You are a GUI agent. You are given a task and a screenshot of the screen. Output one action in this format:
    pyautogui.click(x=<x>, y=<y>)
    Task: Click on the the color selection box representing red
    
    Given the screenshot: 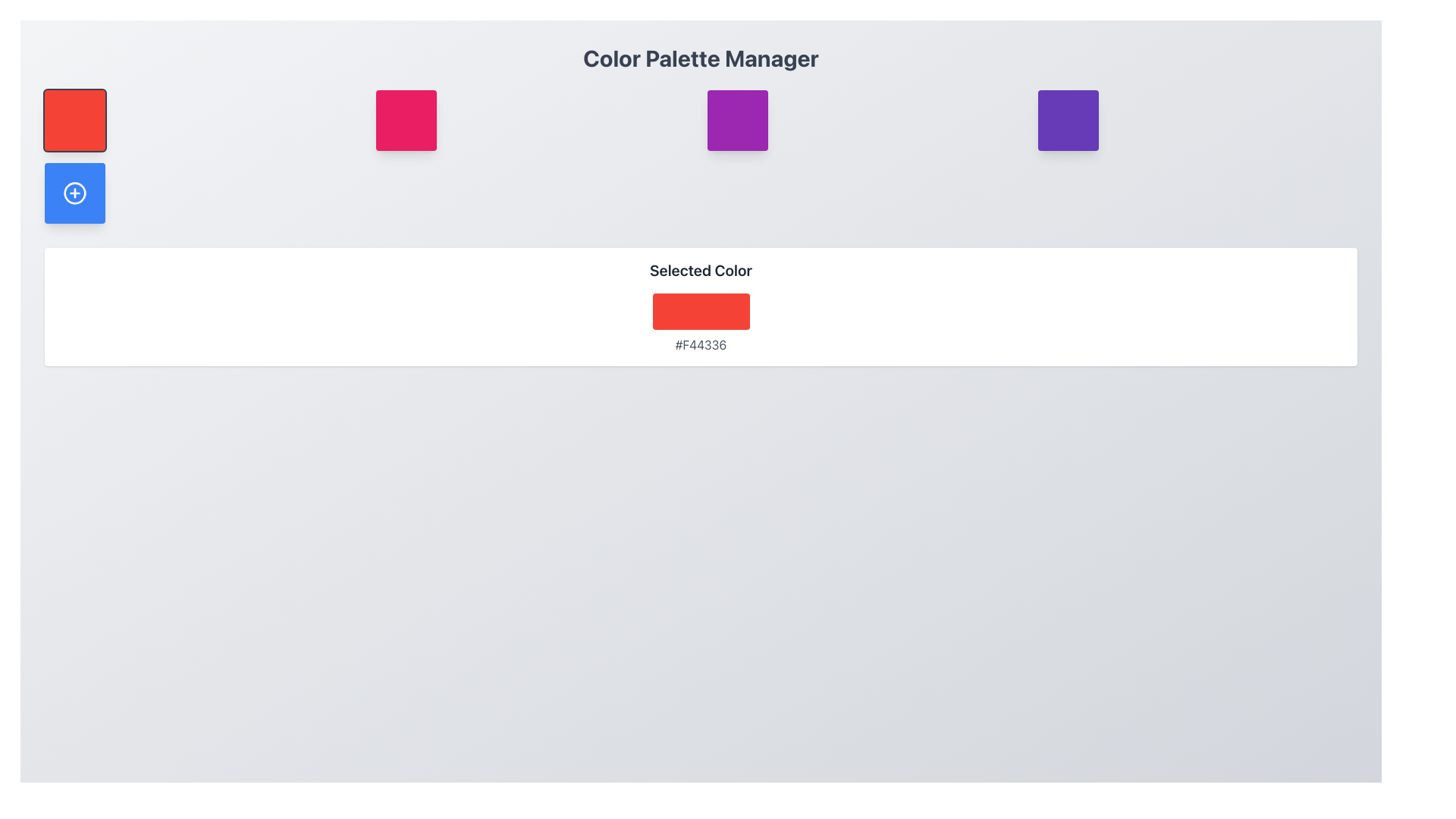 What is the action you would take?
    pyautogui.click(x=74, y=119)
    